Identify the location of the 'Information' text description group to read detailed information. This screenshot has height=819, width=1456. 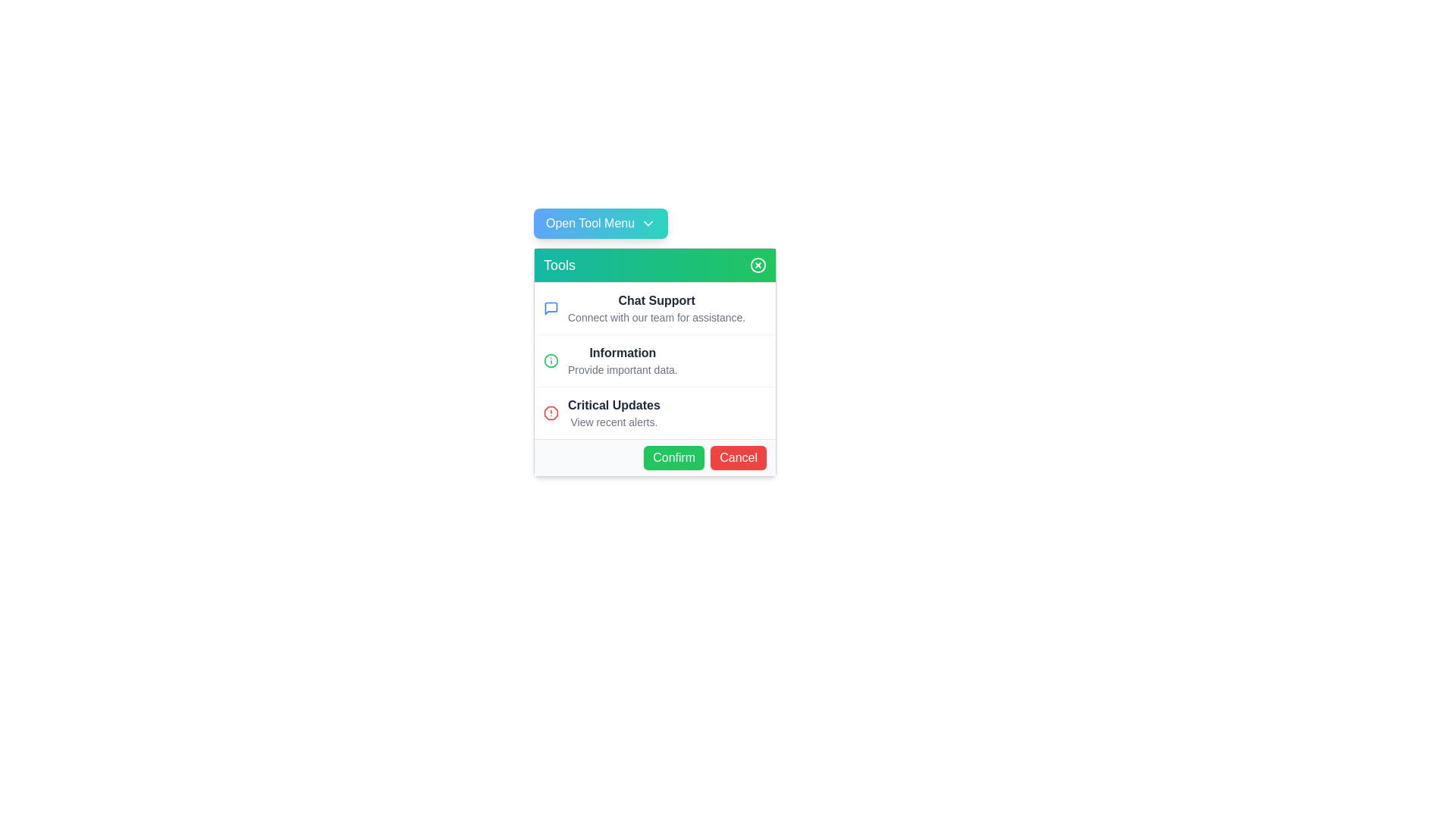
(623, 360).